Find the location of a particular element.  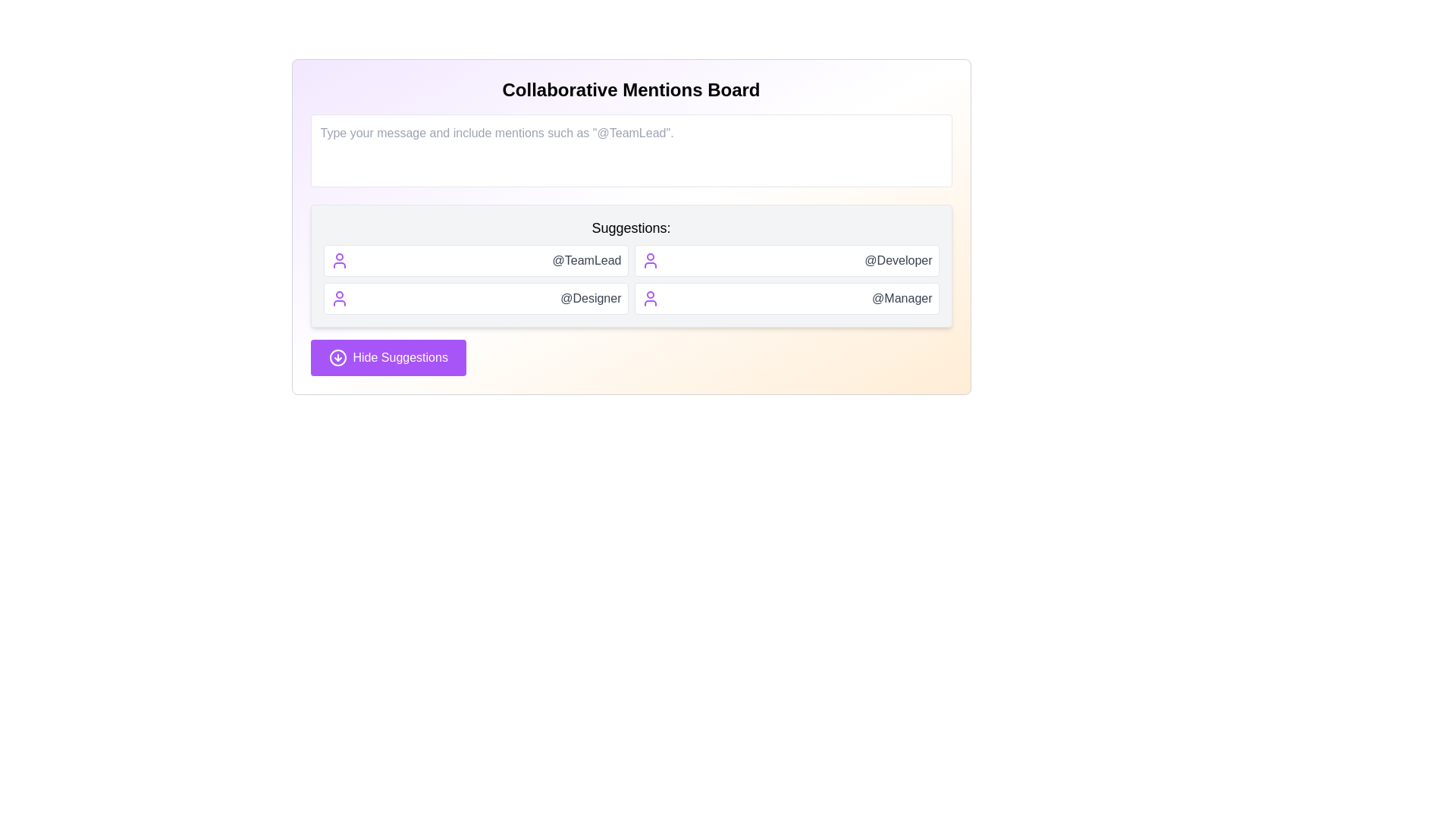

the user profile icon representing '@Designer' in the 'Suggestions' section, which features a purple color and a minimalistic design is located at coordinates (650, 298).